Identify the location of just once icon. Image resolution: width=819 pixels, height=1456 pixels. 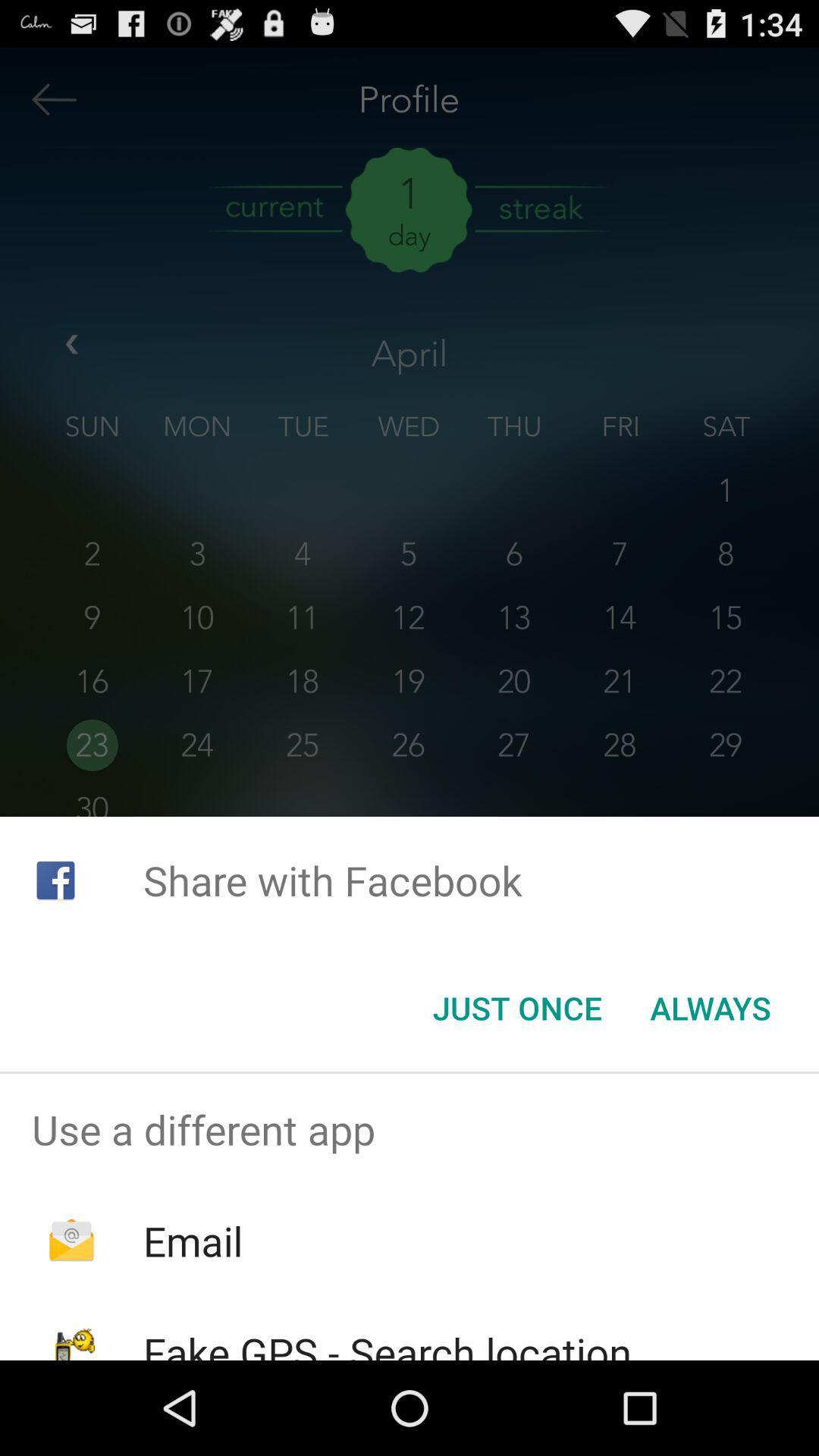
(516, 1008).